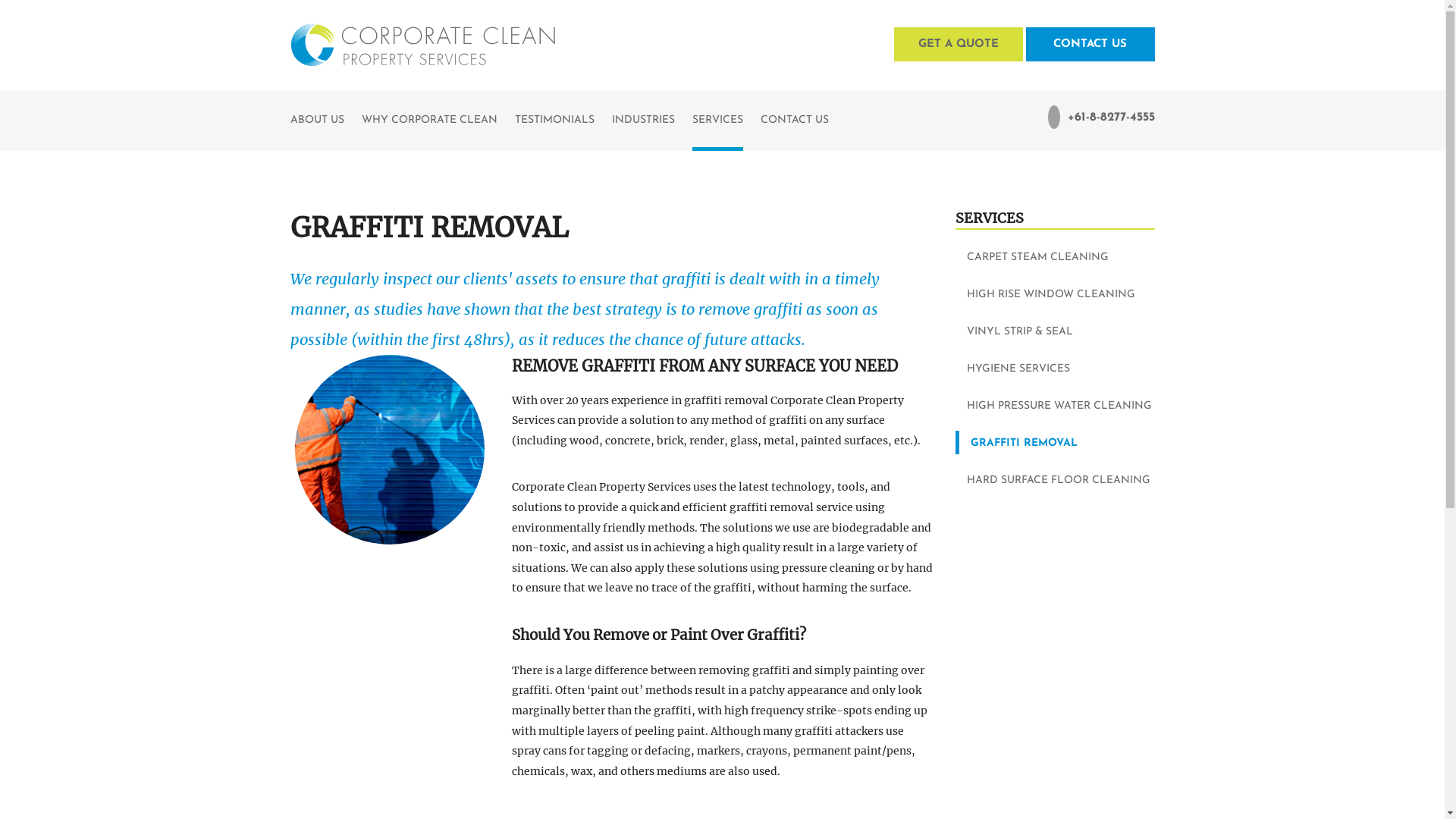 The height and width of the screenshot is (819, 1456). Describe the element at coordinates (893, 43) in the screenshot. I see `'GET A QUOTE'` at that location.